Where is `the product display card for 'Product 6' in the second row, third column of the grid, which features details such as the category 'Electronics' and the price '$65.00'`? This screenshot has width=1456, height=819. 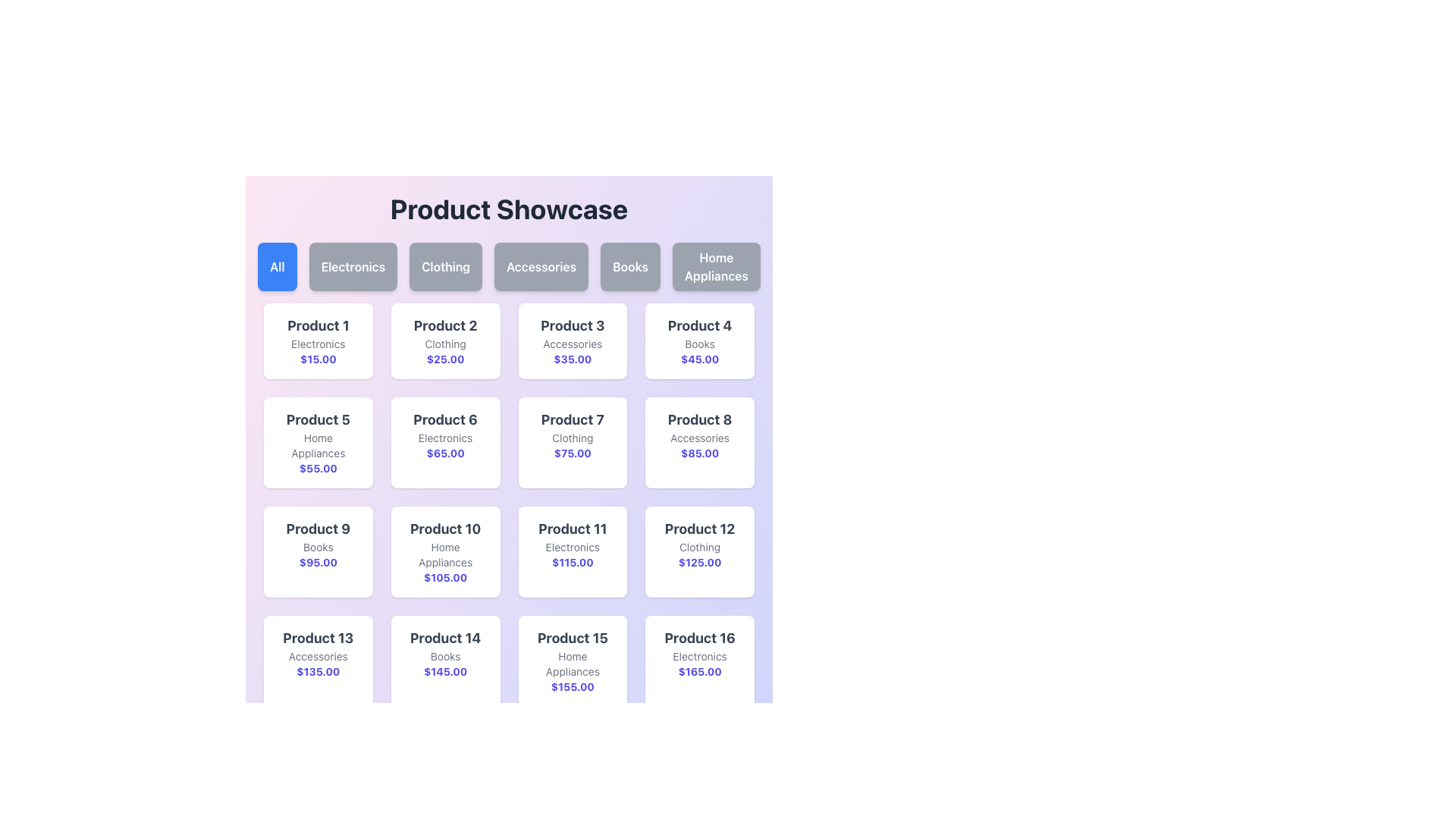
the product display card for 'Product 6' in the second row, third column of the grid, which features details such as the category 'Electronics' and the price '$65.00' is located at coordinates (444, 442).